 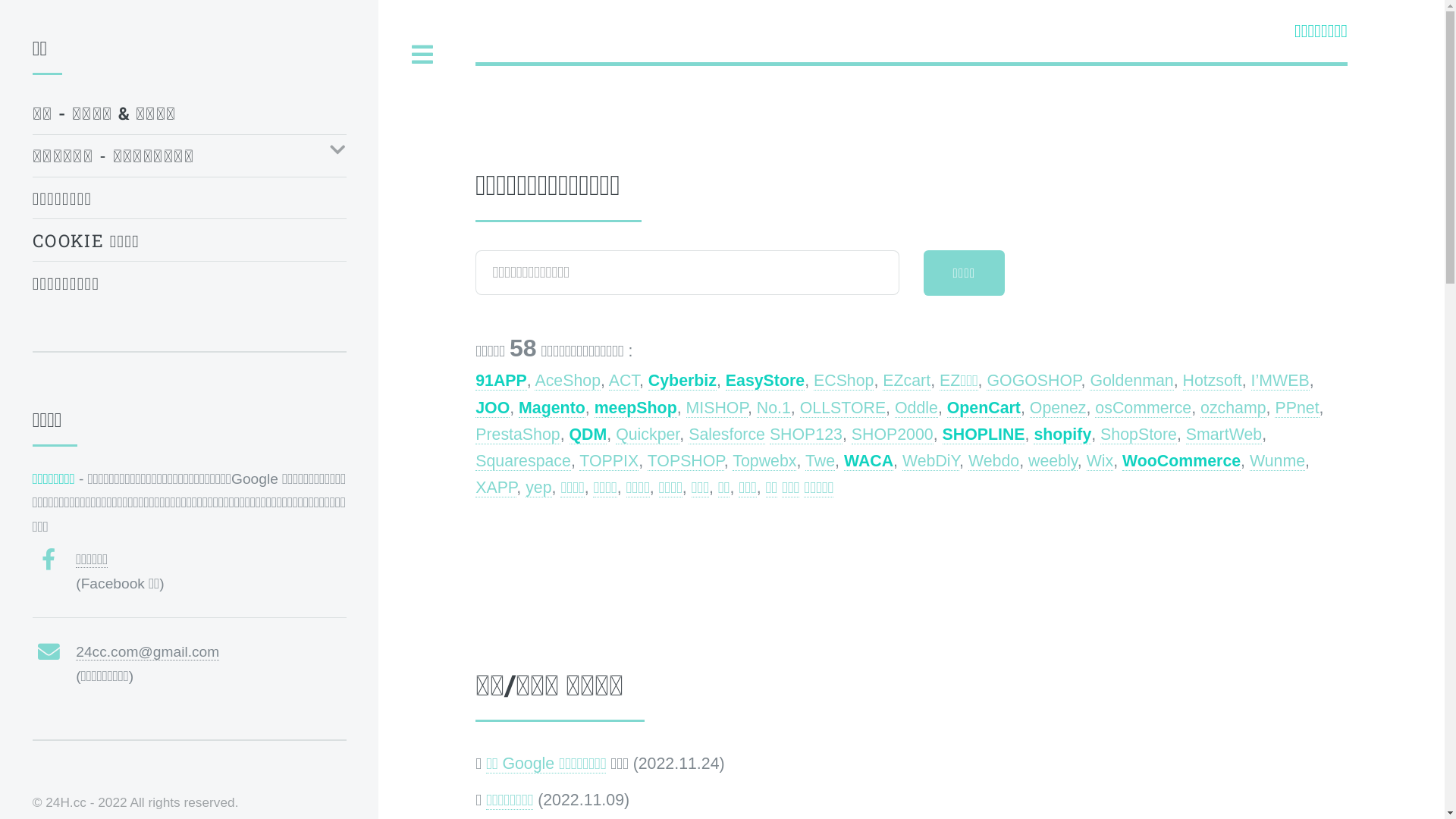 I want to click on 'Salesforce', so click(x=726, y=435).